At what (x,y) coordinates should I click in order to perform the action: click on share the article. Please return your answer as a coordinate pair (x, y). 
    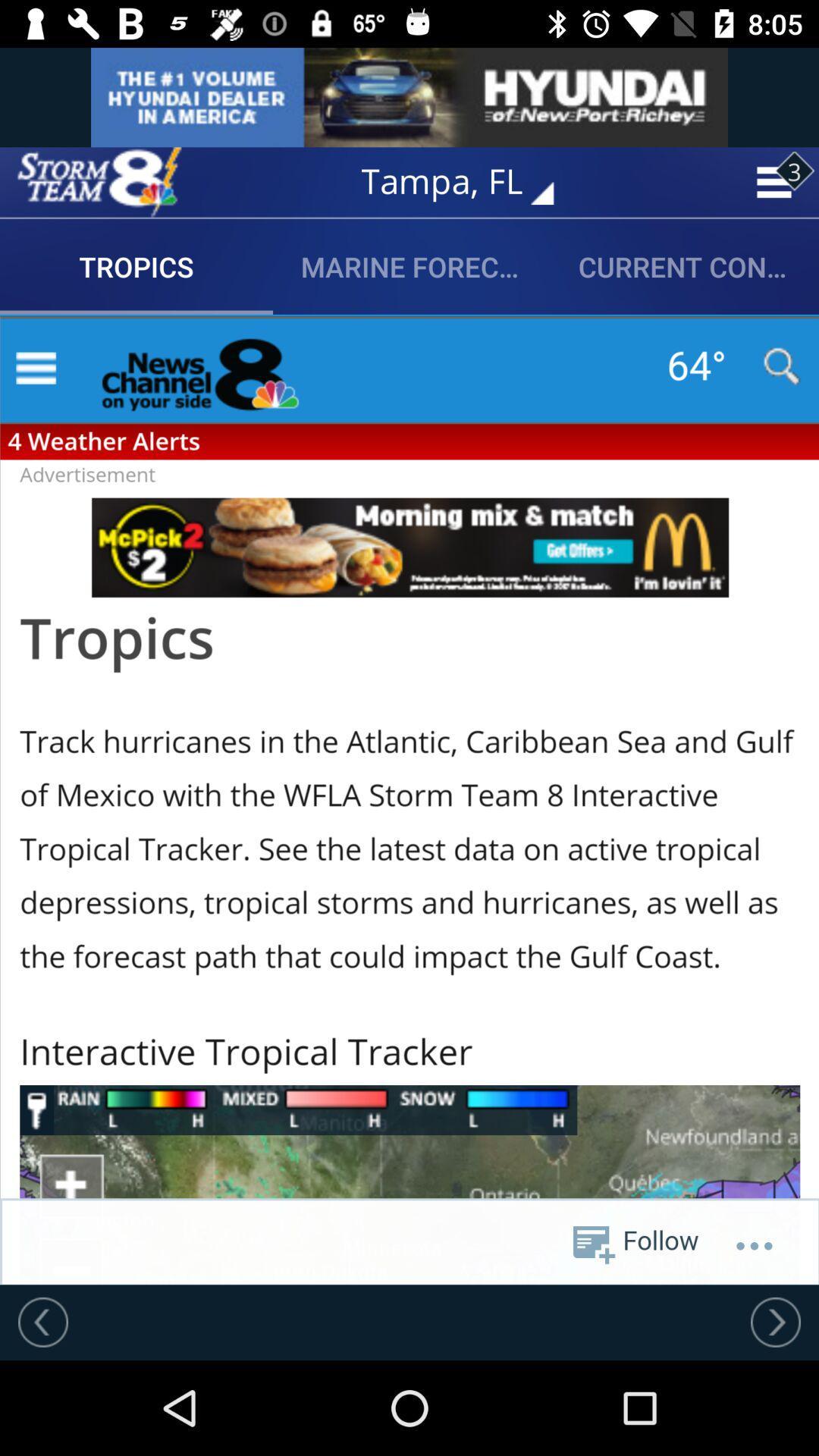
    Looking at the image, I should click on (409, 799).